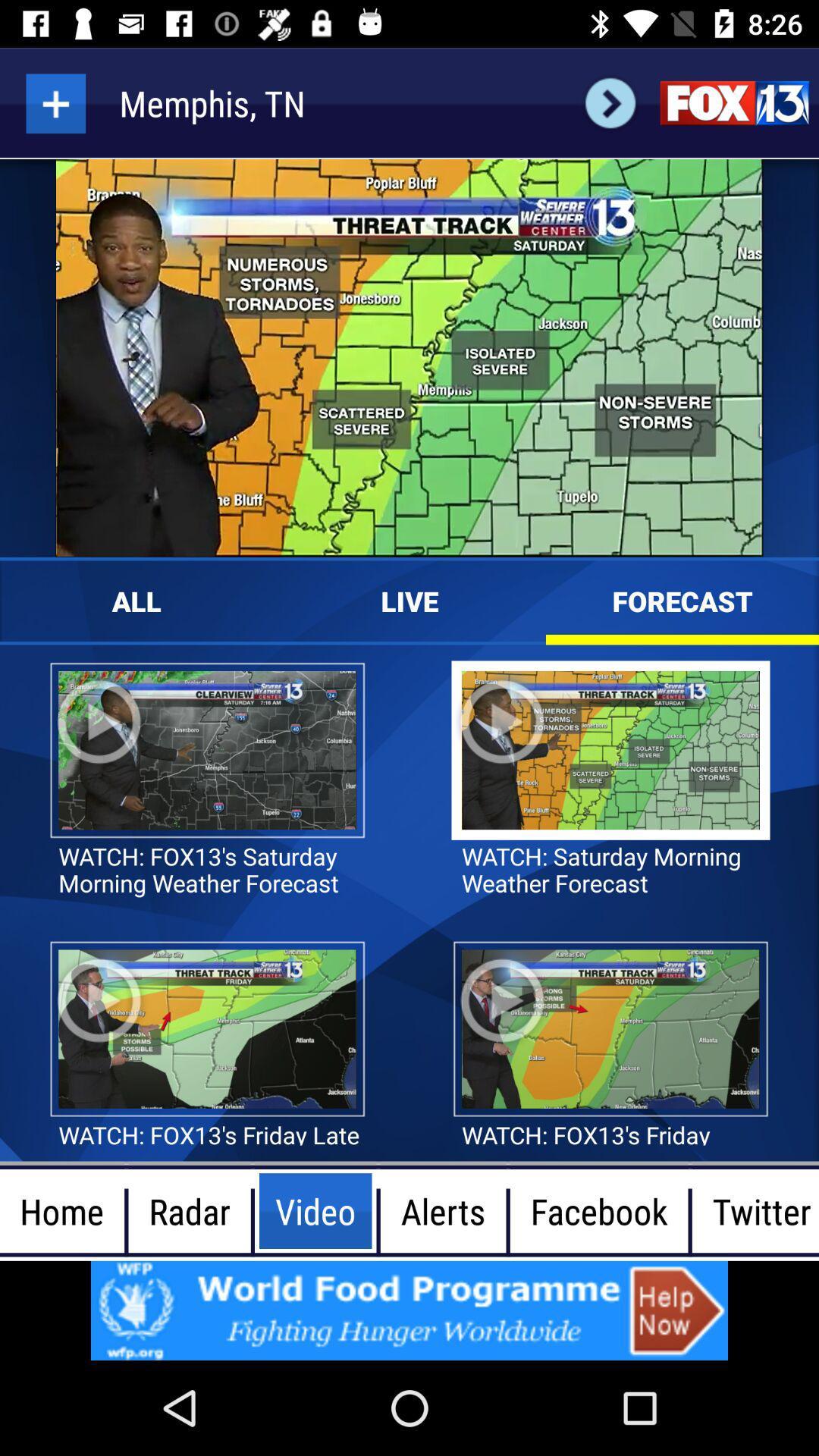  I want to click on next button, so click(610, 102).